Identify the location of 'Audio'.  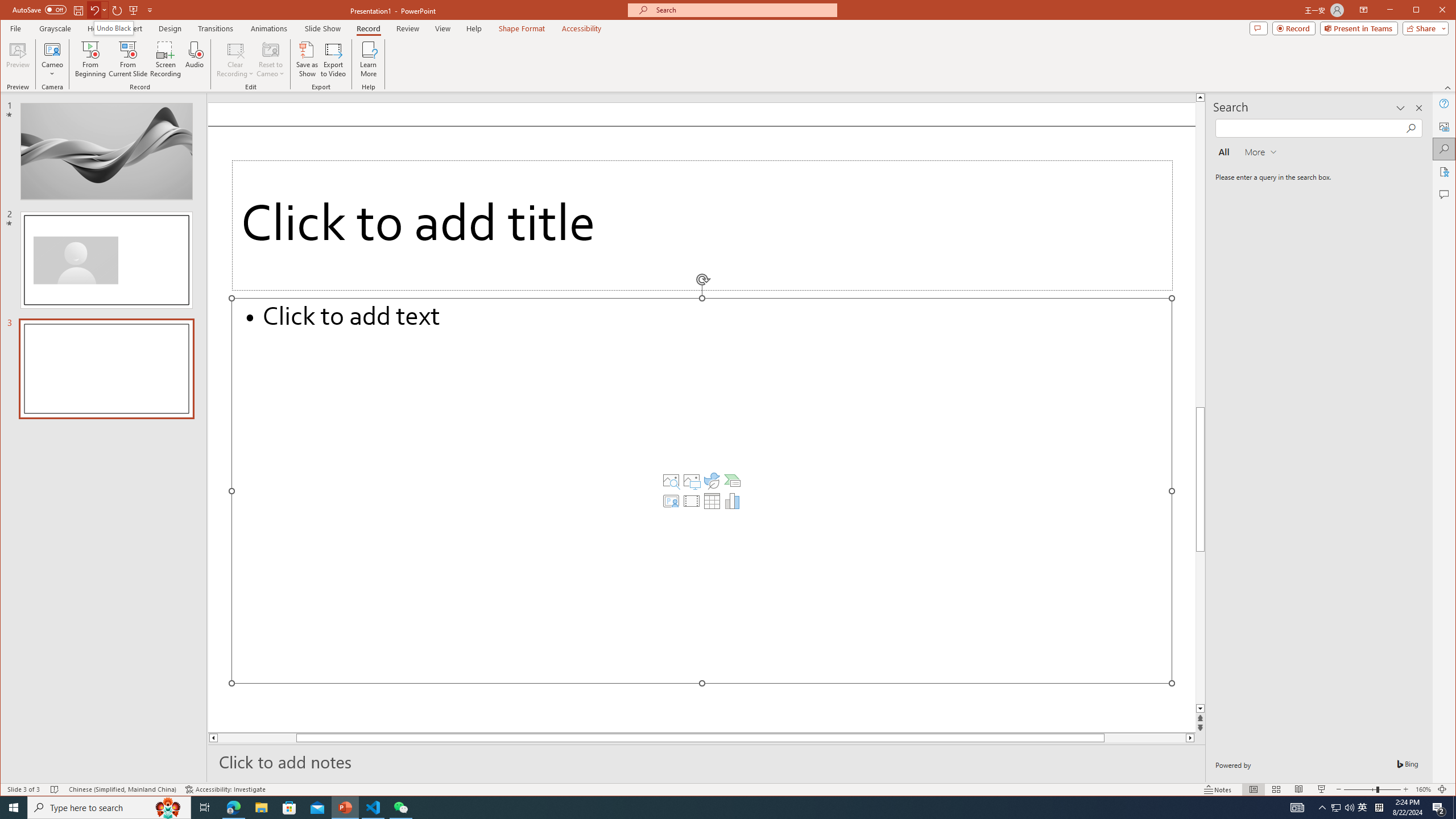
(194, 59).